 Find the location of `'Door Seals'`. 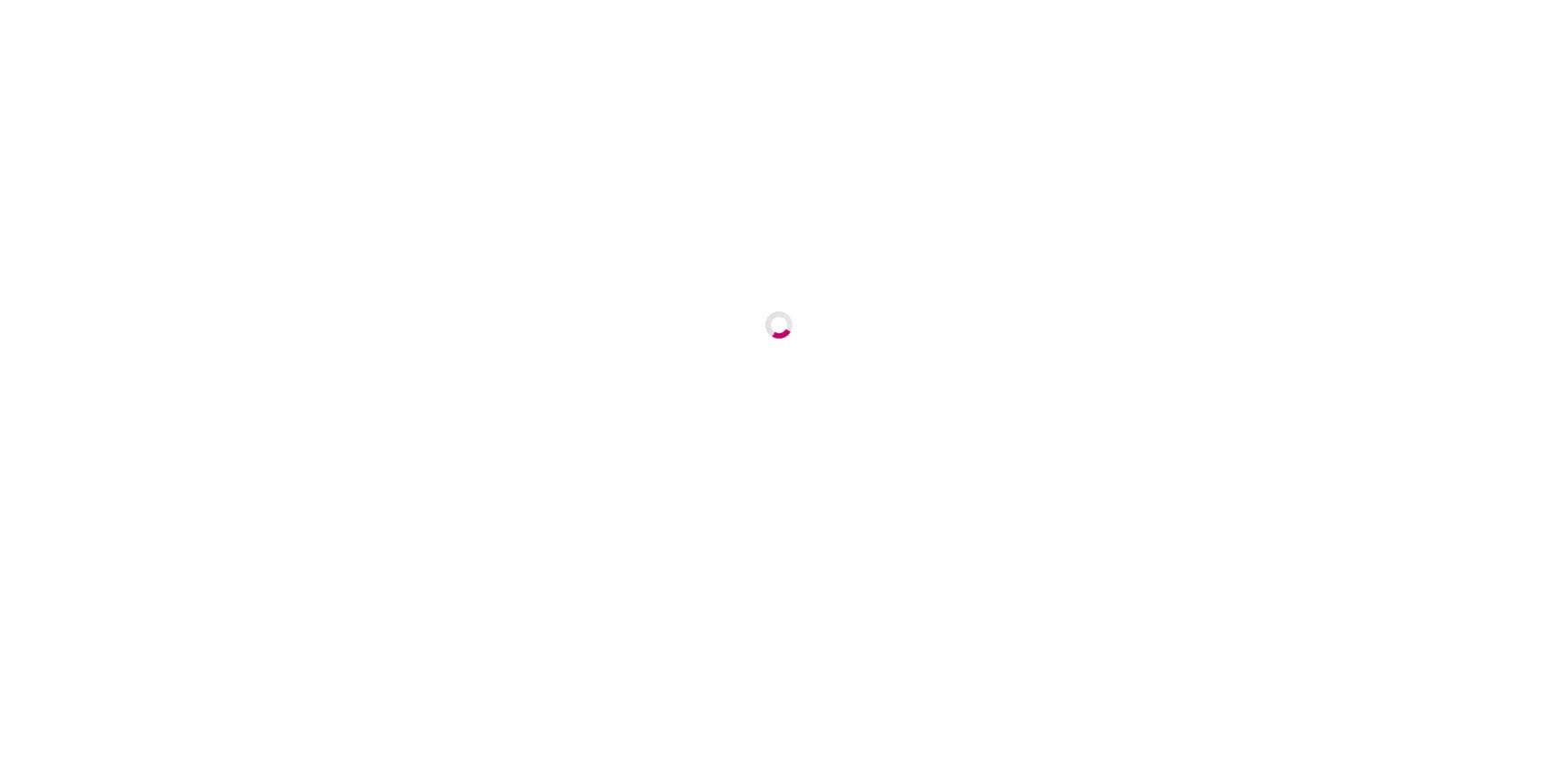

'Door Seals' is located at coordinates (1038, 91).